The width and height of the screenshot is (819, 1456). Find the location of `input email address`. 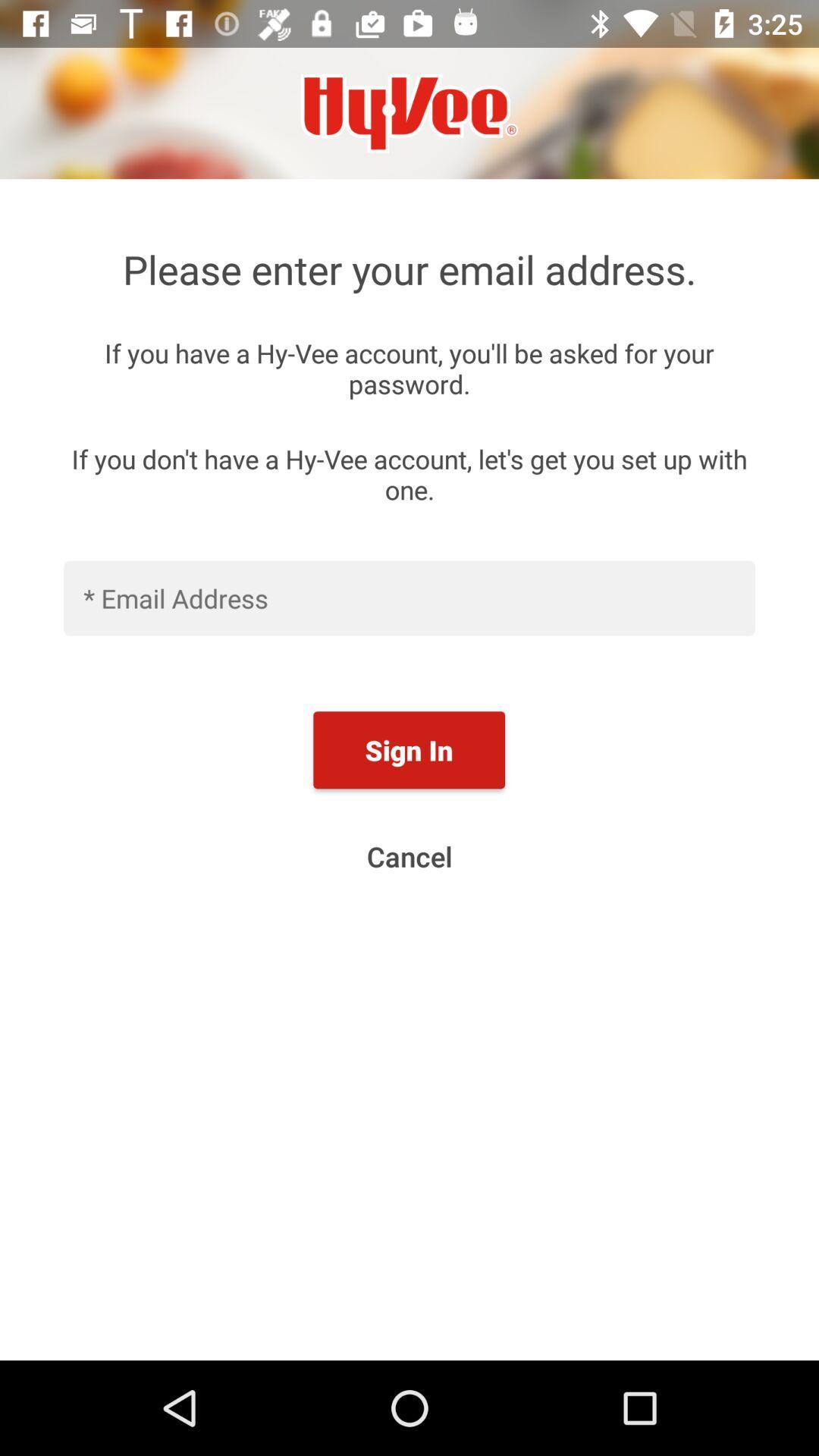

input email address is located at coordinates (409, 597).